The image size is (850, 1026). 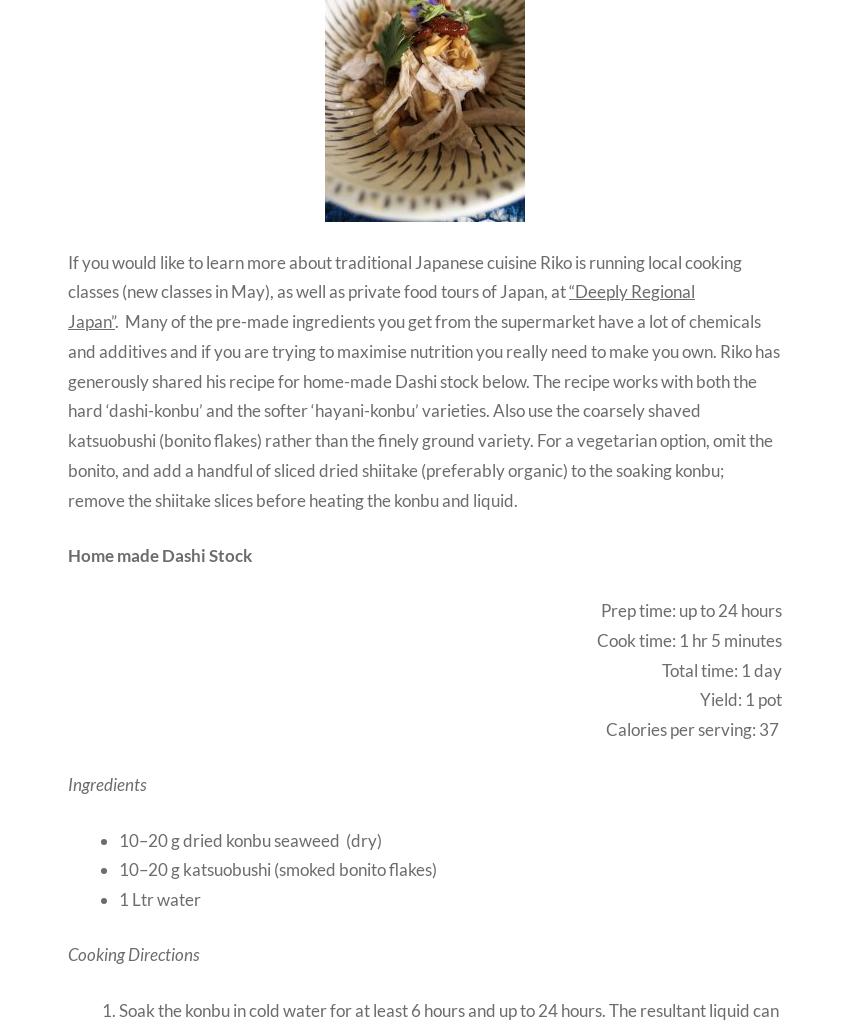 What do you see at coordinates (688, 639) in the screenshot?
I see `'hr 5 minutes'` at bounding box center [688, 639].